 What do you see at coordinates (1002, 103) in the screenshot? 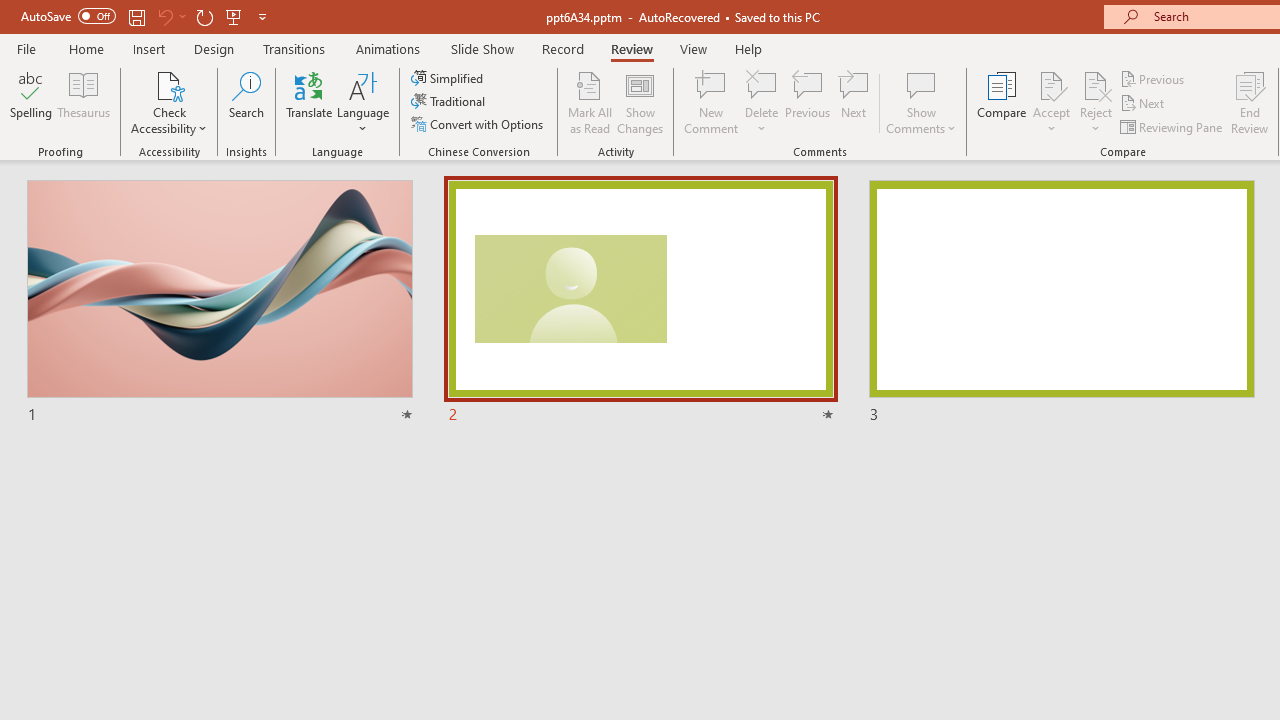
I see `'Compare'` at bounding box center [1002, 103].